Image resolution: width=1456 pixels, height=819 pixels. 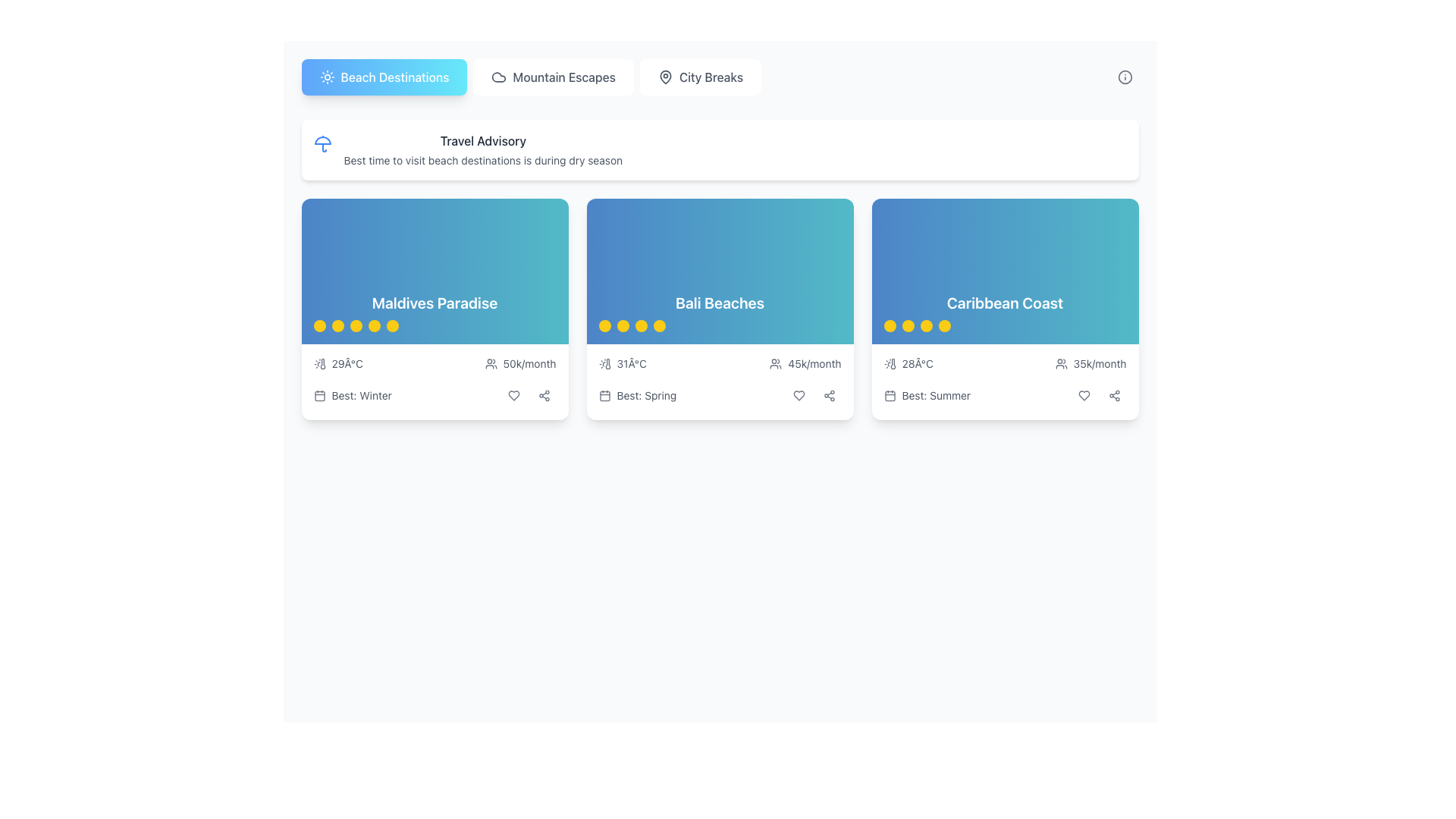 I want to click on the text label displaying the title 'Caribbean Coast', which is located at the top section of the card, so click(x=1005, y=303).